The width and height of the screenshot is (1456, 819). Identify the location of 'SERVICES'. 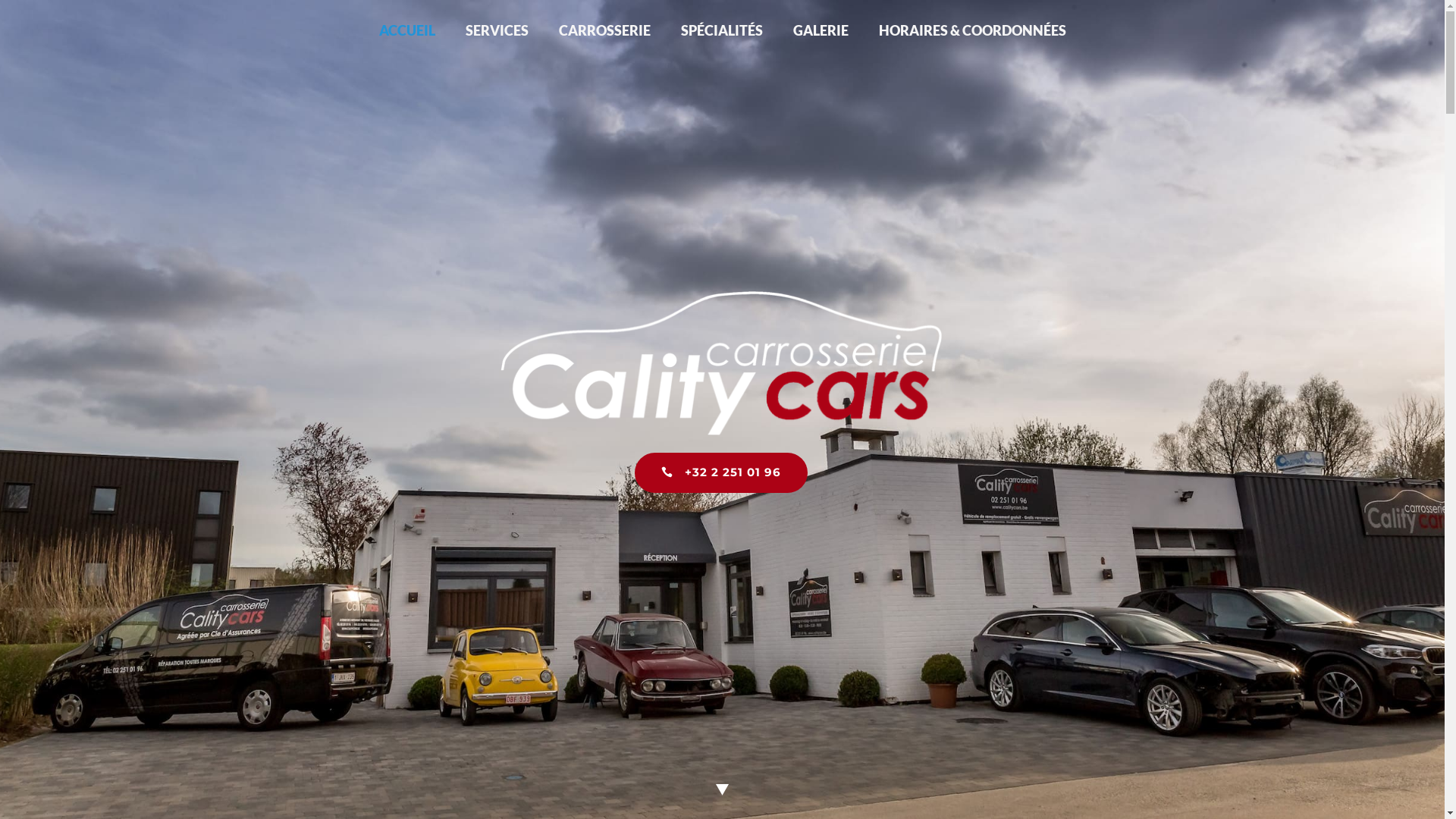
(497, 30).